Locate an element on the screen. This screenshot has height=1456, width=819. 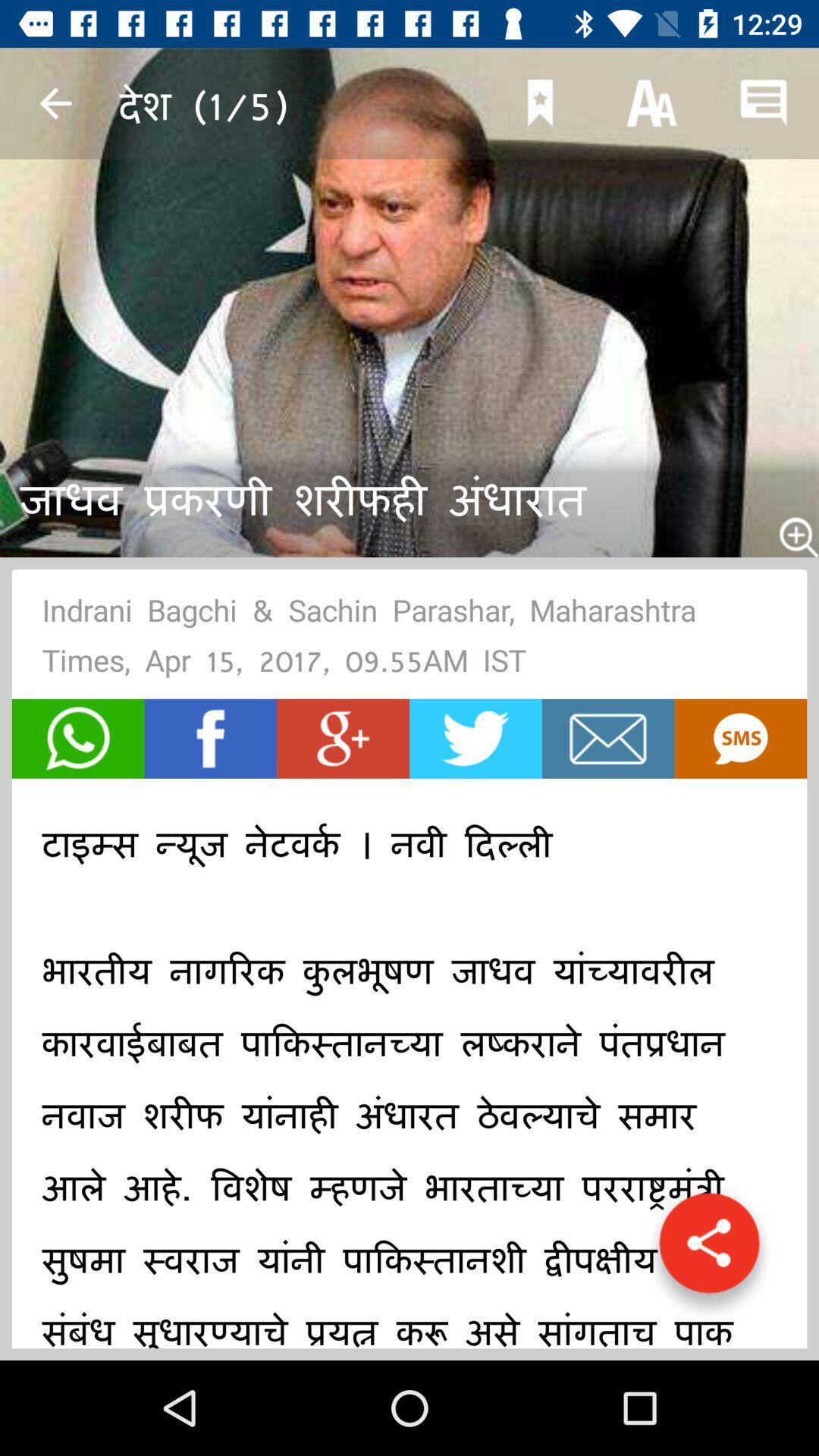
click on twitter handle is located at coordinates (475, 739).